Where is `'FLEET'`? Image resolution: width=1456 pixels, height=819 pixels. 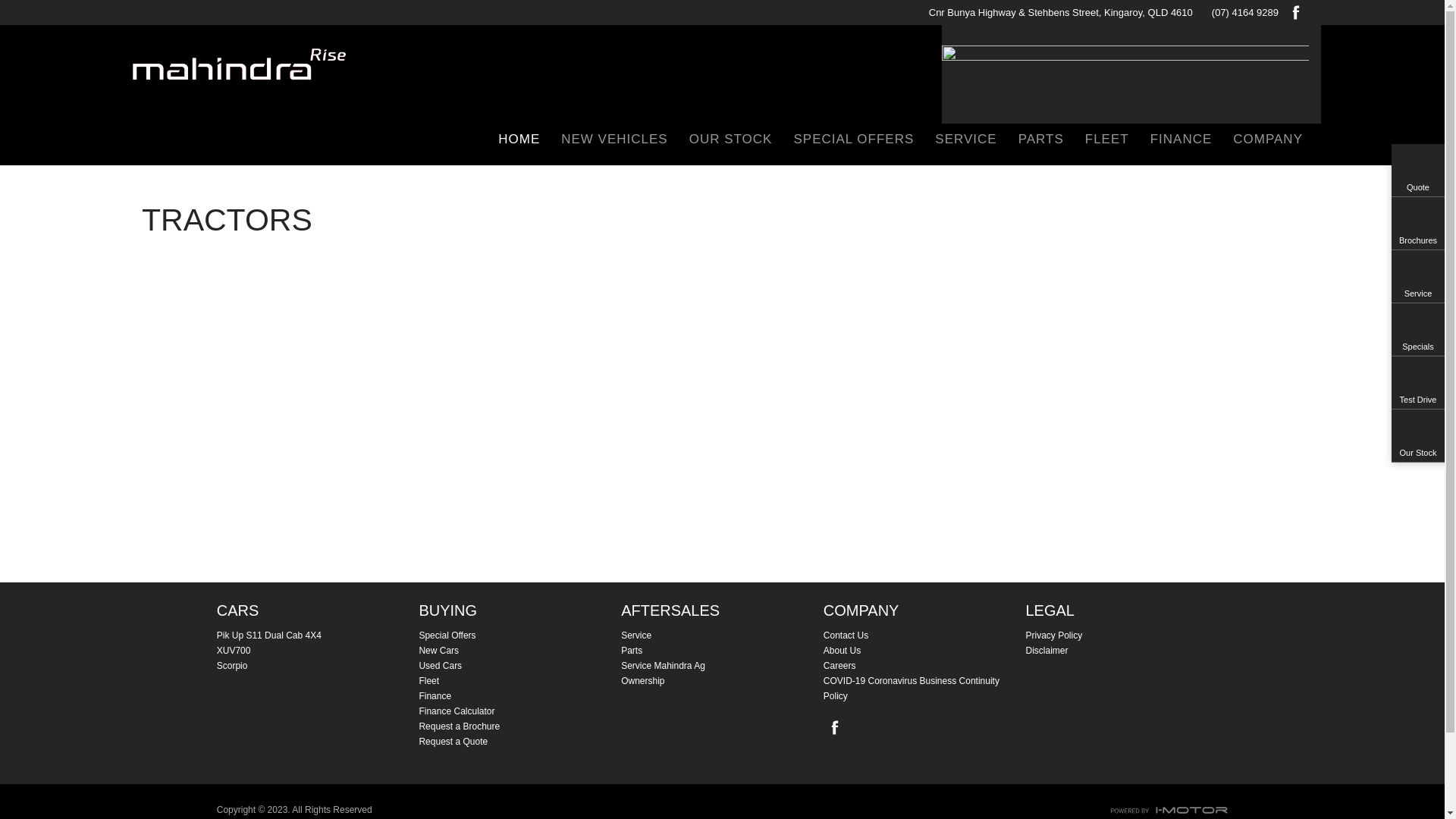 'FLEET' is located at coordinates (1106, 140).